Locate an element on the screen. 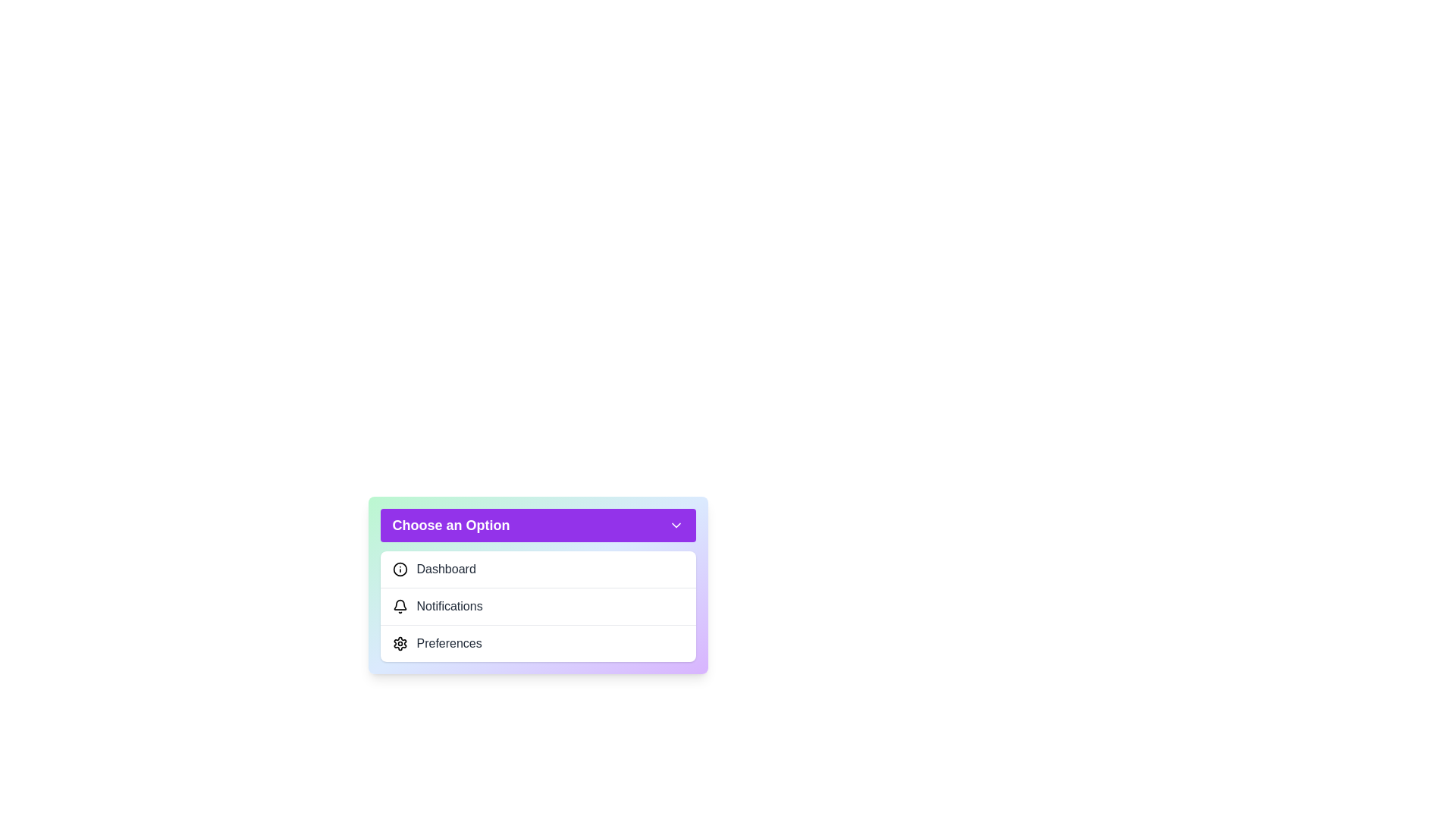 Image resolution: width=1456 pixels, height=819 pixels. the menu header to toggle the menu open or closed is located at coordinates (538, 525).